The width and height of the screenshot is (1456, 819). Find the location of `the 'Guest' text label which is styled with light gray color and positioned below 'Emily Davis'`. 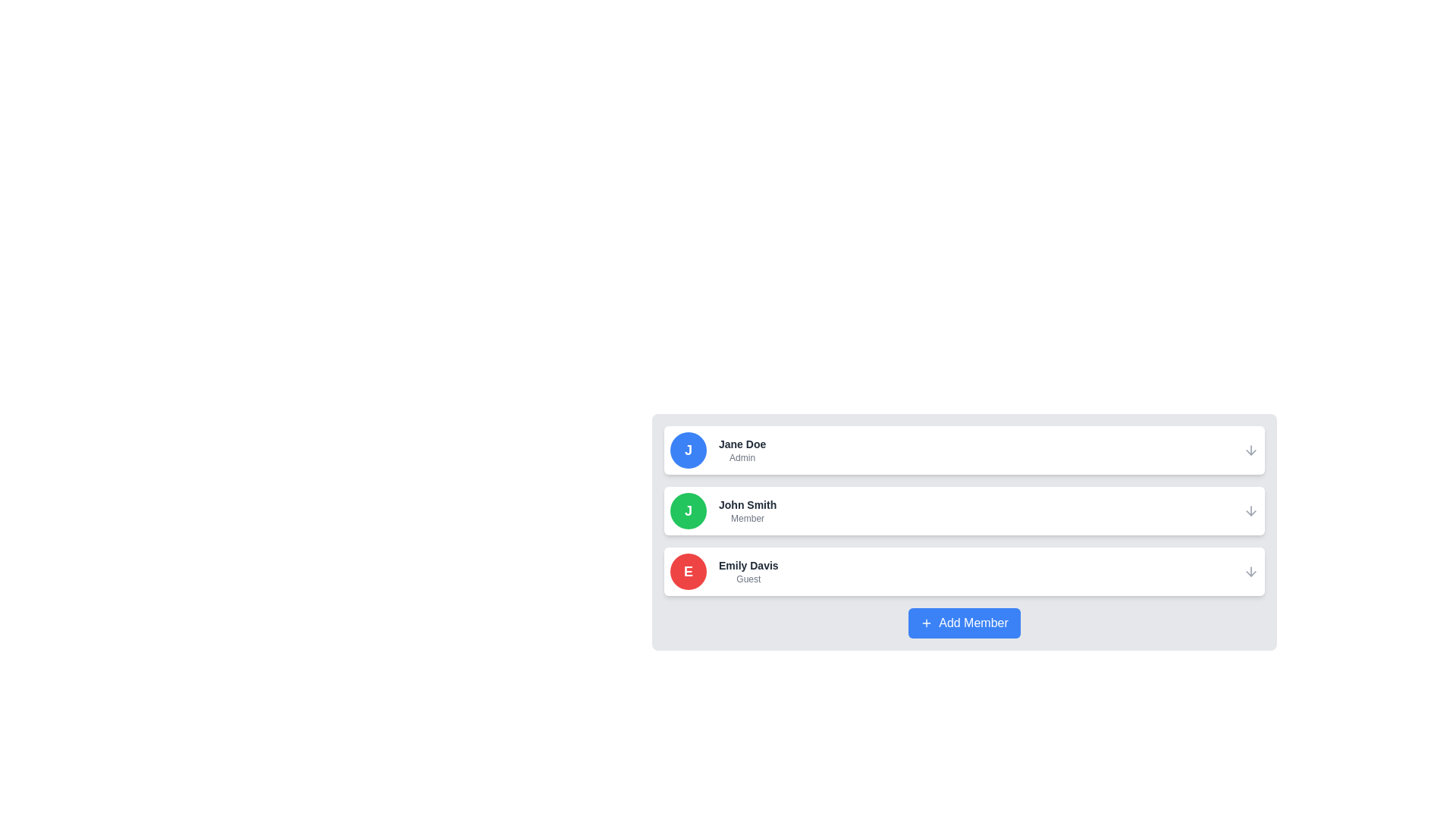

the 'Guest' text label which is styled with light gray color and positioned below 'Emily Davis' is located at coordinates (748, 579).